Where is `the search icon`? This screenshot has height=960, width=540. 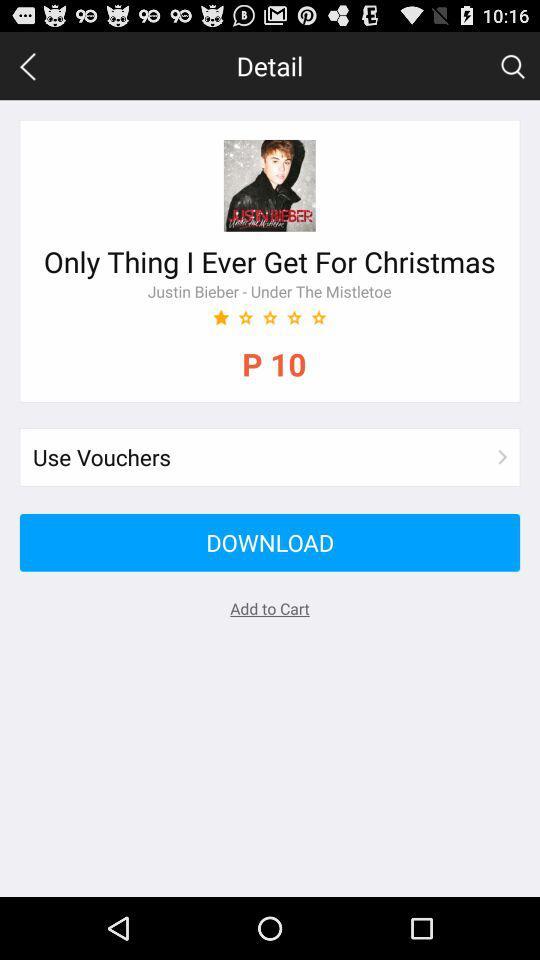 the search icon is located at coordinates (512, 70).